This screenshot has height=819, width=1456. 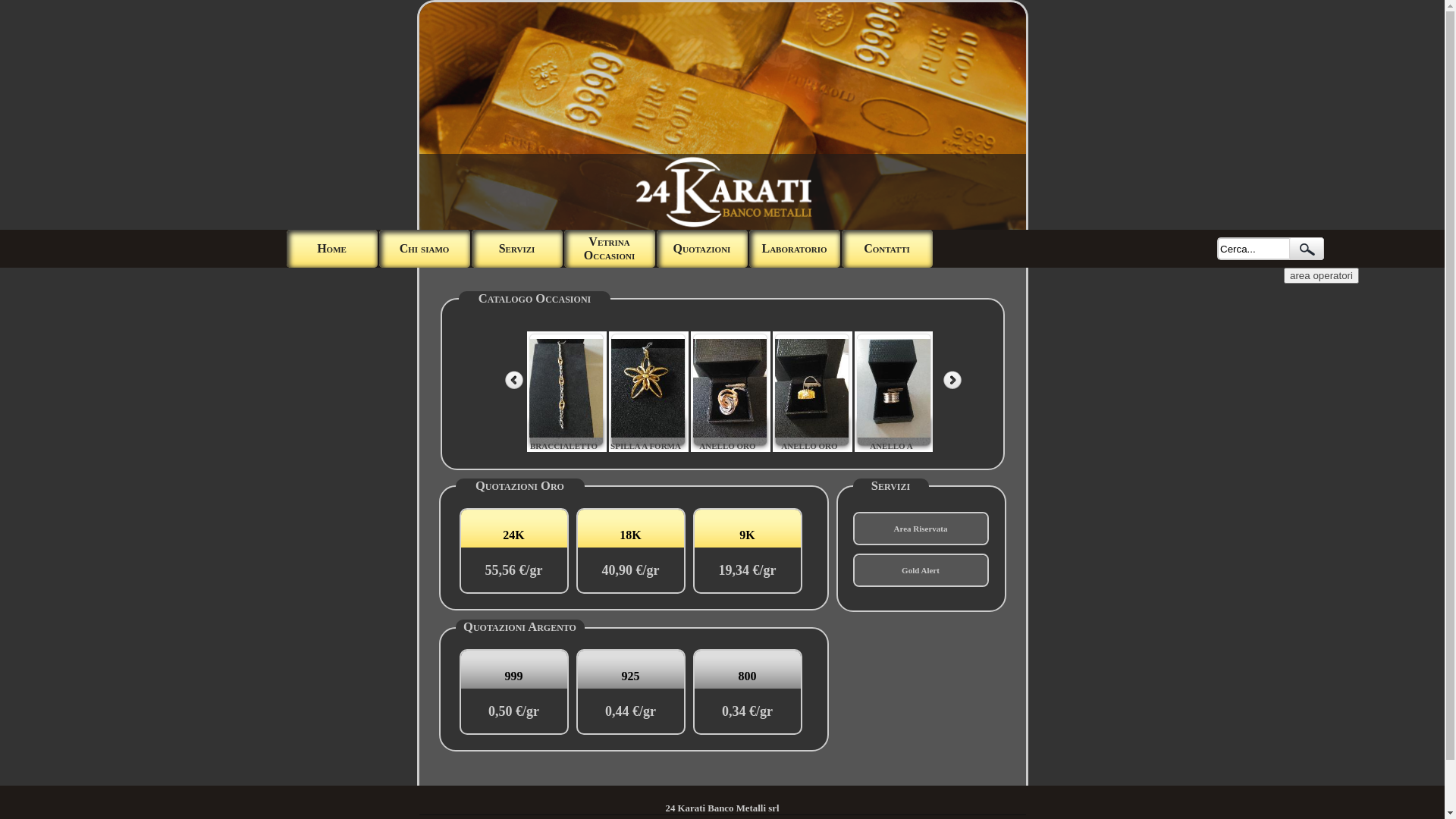 I want to click on 'area operatori', so click(x=1320, y=275).